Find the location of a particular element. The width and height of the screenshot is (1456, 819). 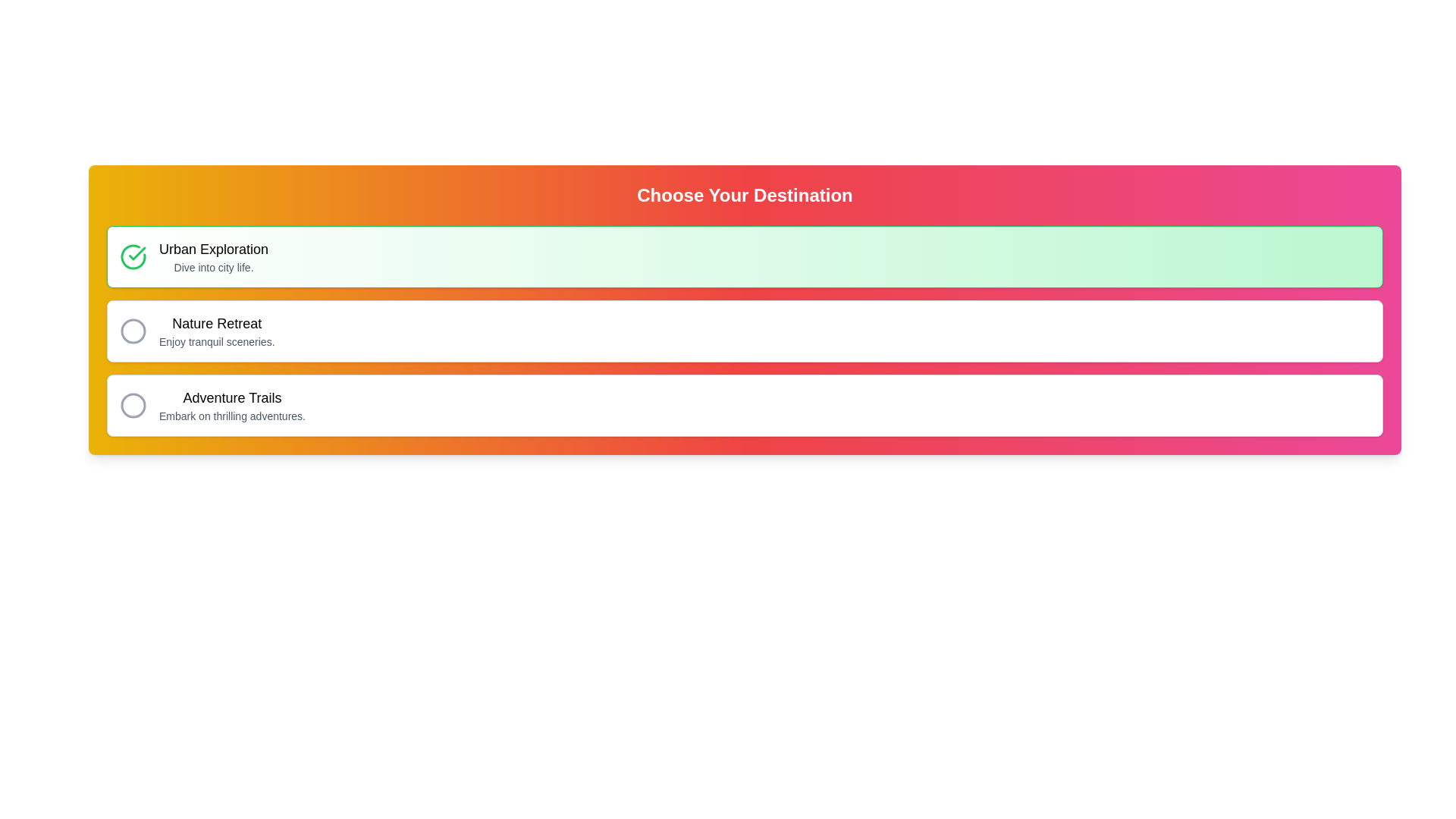

the text block that provides descriptive content for the 'Urban Exploration' option is located at coordinates (213, 256).